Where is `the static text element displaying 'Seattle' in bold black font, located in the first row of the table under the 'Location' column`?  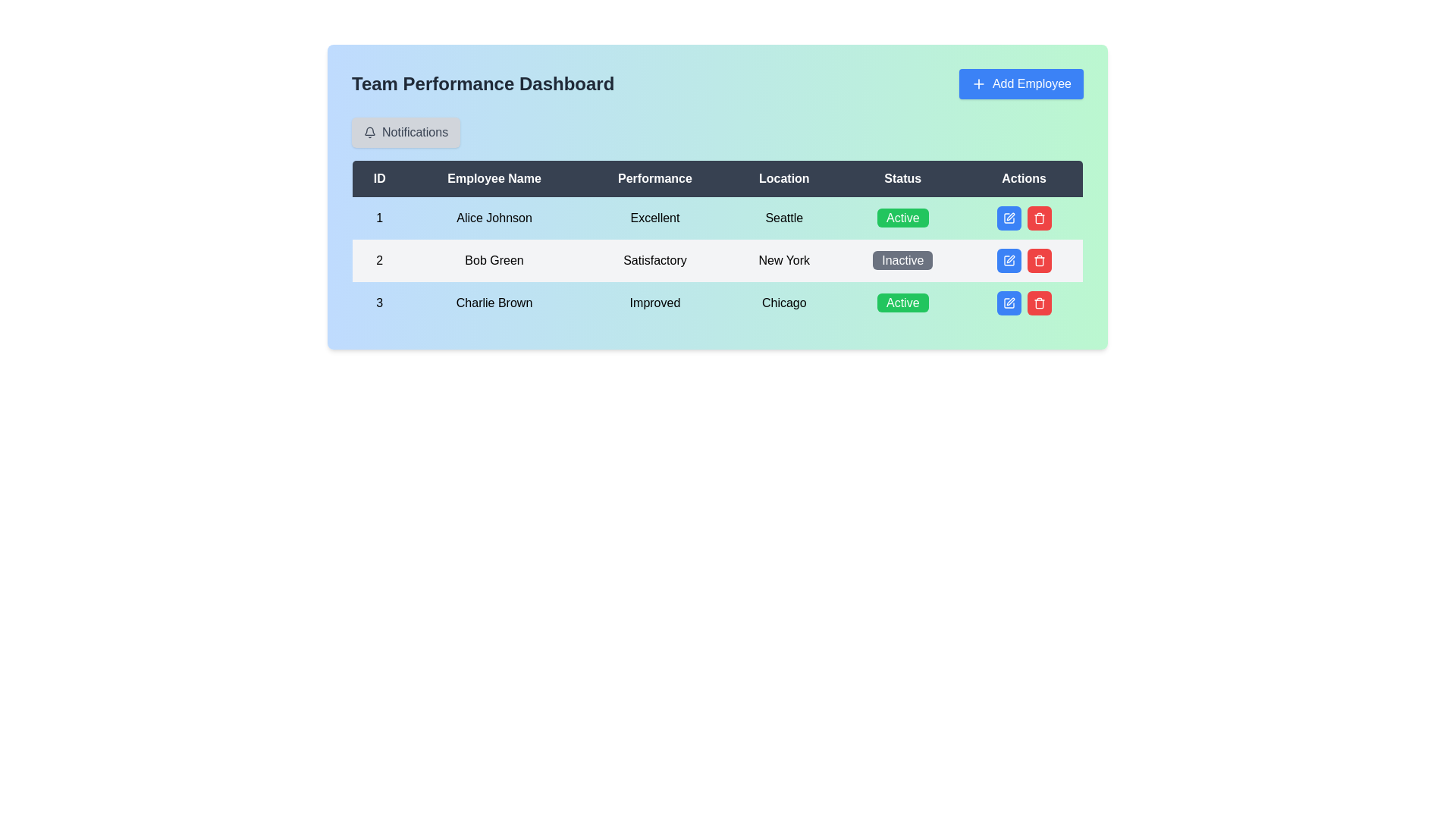
the static text element displaying 'Seattle' in bold black font, located in the first row of the table under the 'Location' column is located at coordinates (784, 218).